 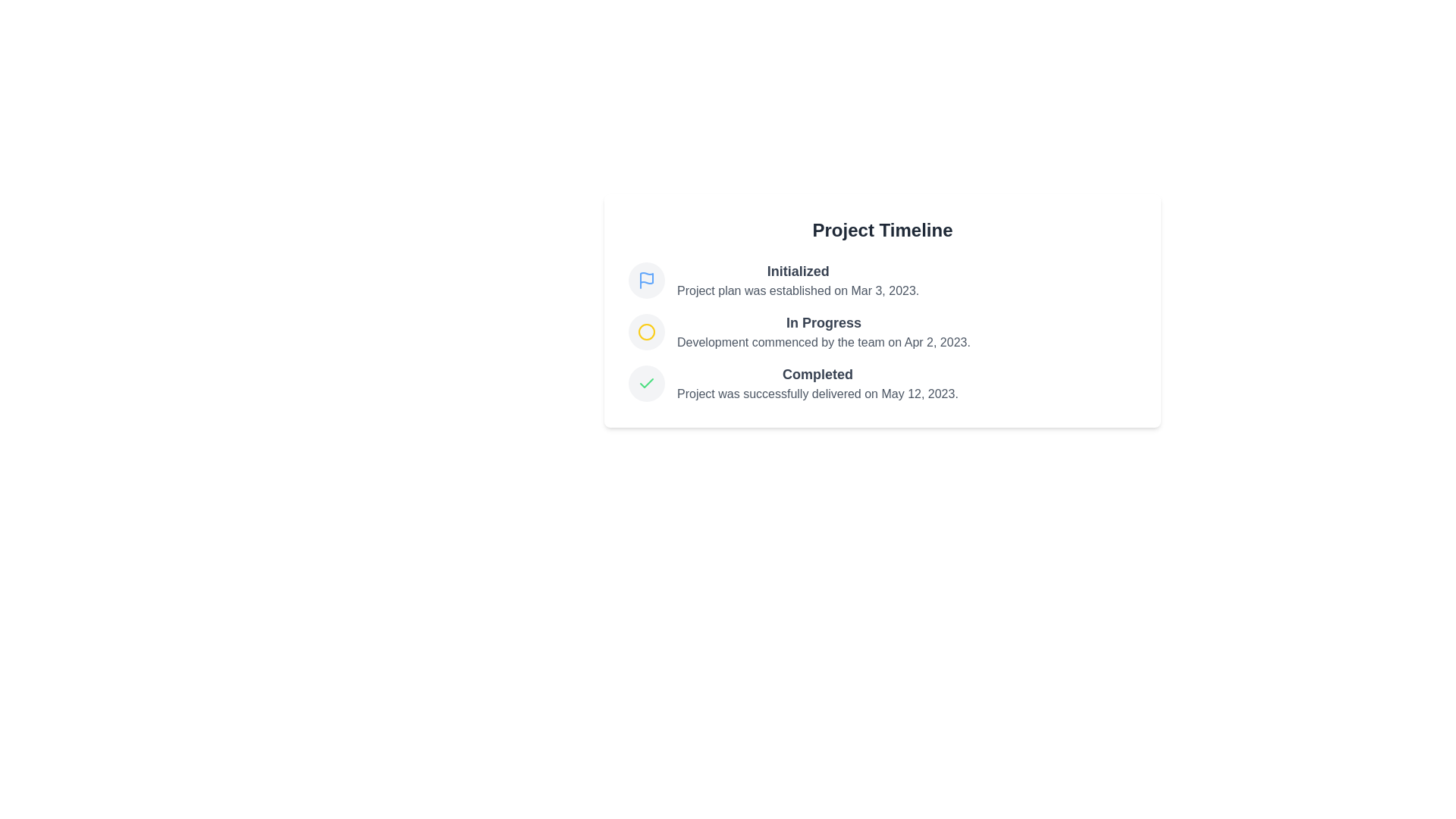 I want to click on static text label that displays 'Completed', which is styled as a prominent subheading within the timeline display, so click(x=817, y=374).